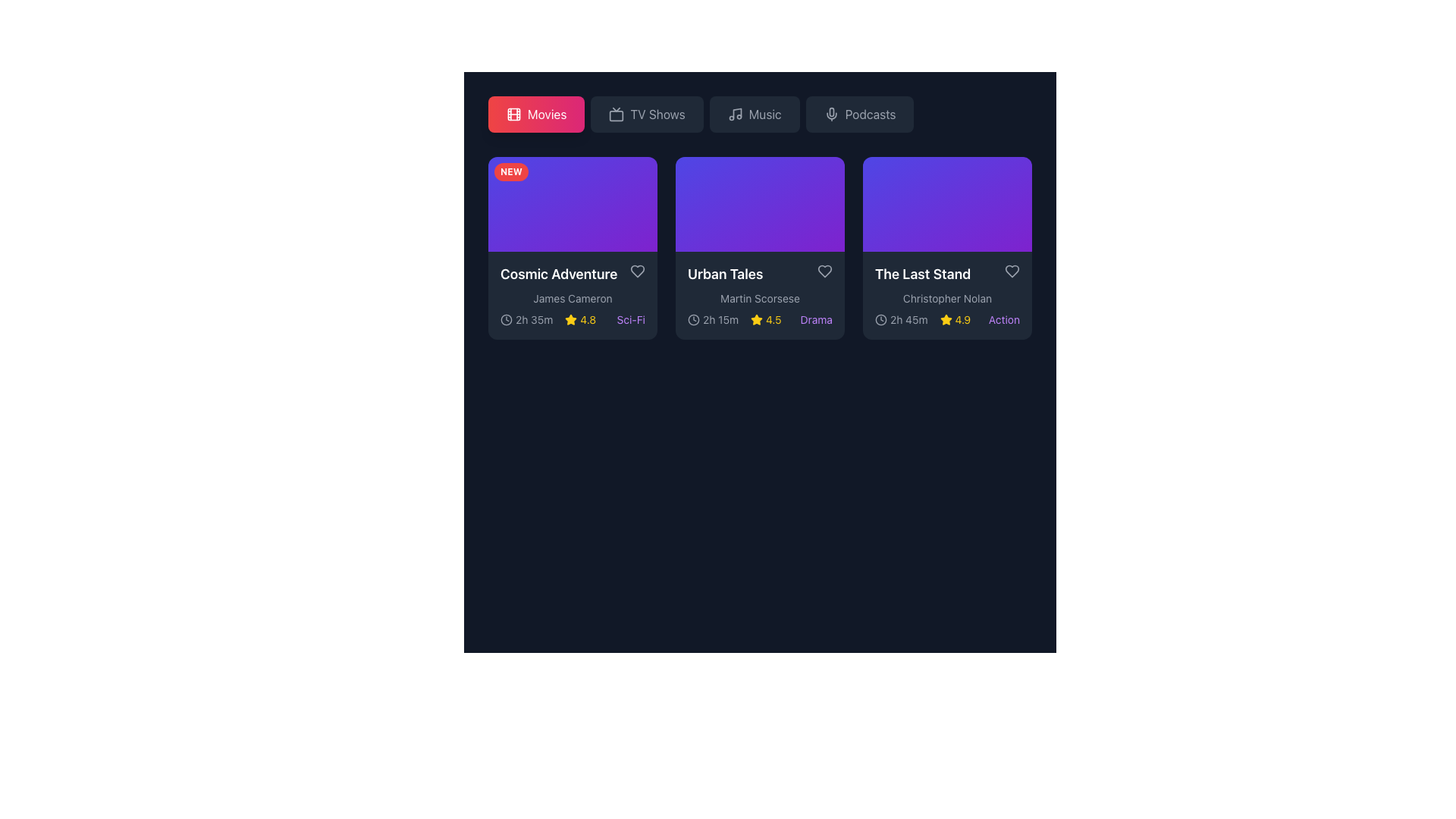  What do you see at coordinates (720, 319) in the screenshot?
I see `the text label displaying '2h 15m', which is styled in a subtle gray font and located in the bottom-left corner of the middle card in a horizontally aligned set of cards` at bounding box center [720, 319].